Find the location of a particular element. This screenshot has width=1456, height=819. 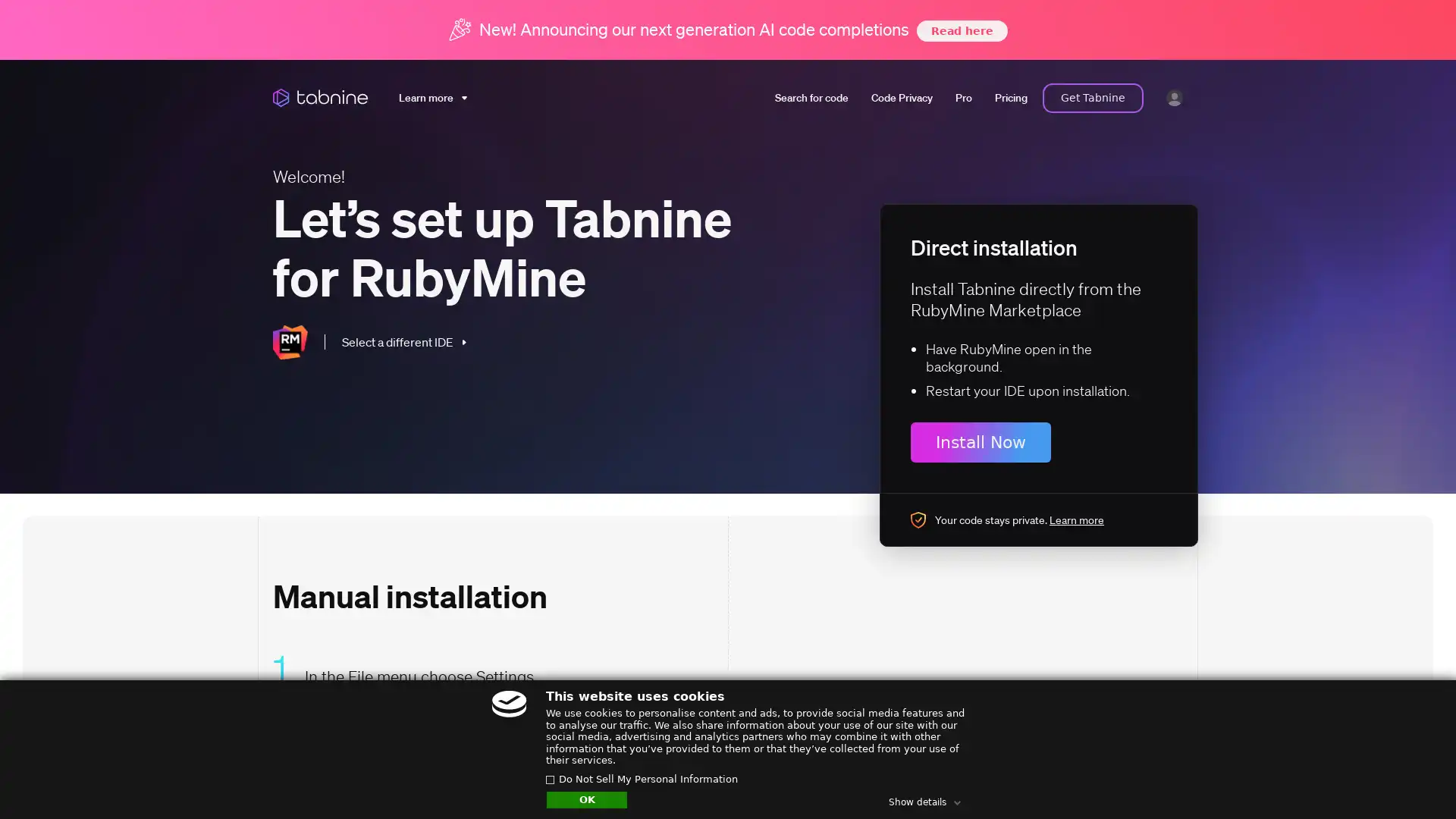

Read here is located at coordinates (960, 30).